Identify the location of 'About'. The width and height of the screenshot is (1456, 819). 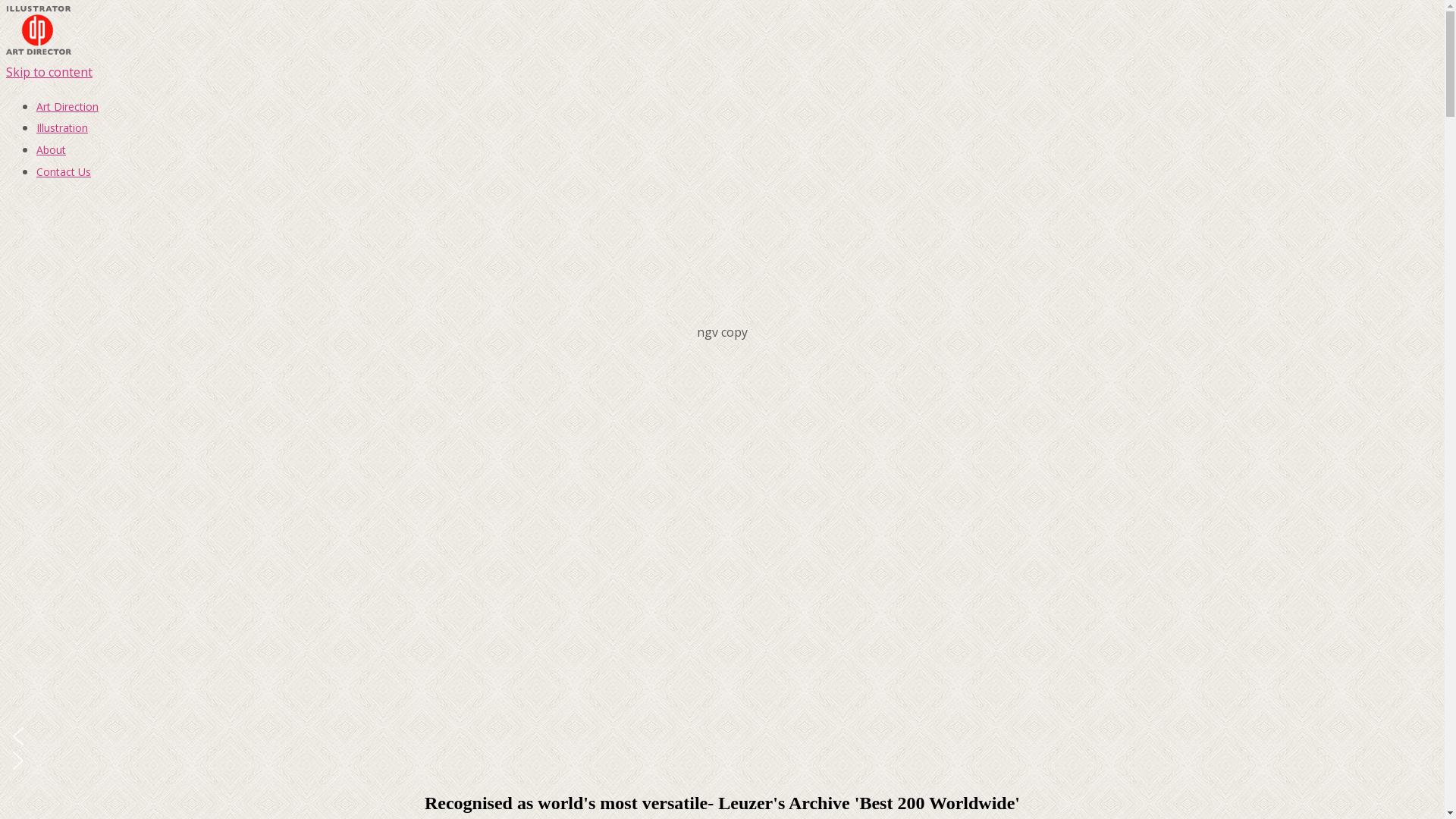
(51, 149).